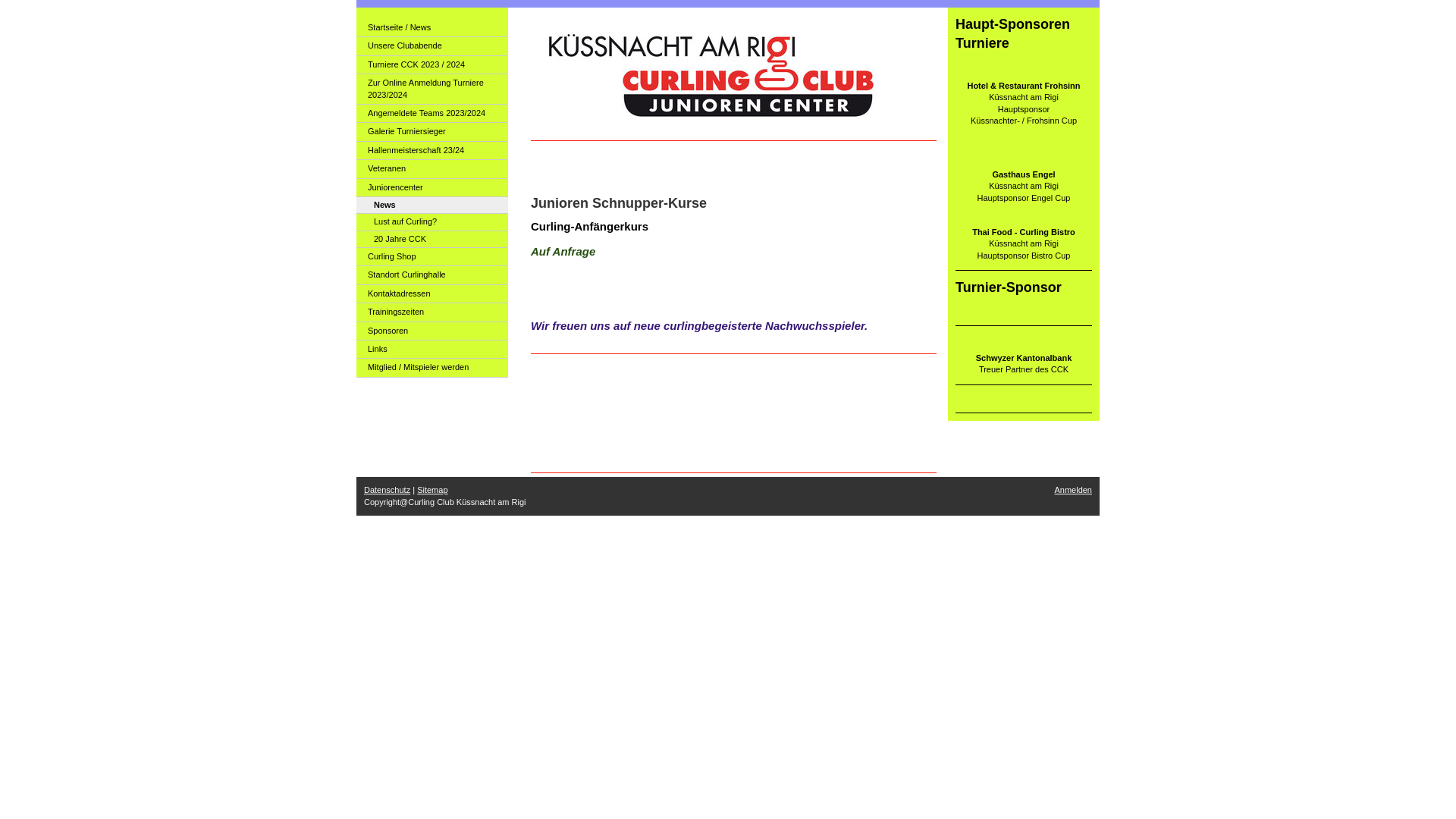 The width and height of the screenshot is (1456, 819). I want to click on 'Datenschutz', so click(387, 489).